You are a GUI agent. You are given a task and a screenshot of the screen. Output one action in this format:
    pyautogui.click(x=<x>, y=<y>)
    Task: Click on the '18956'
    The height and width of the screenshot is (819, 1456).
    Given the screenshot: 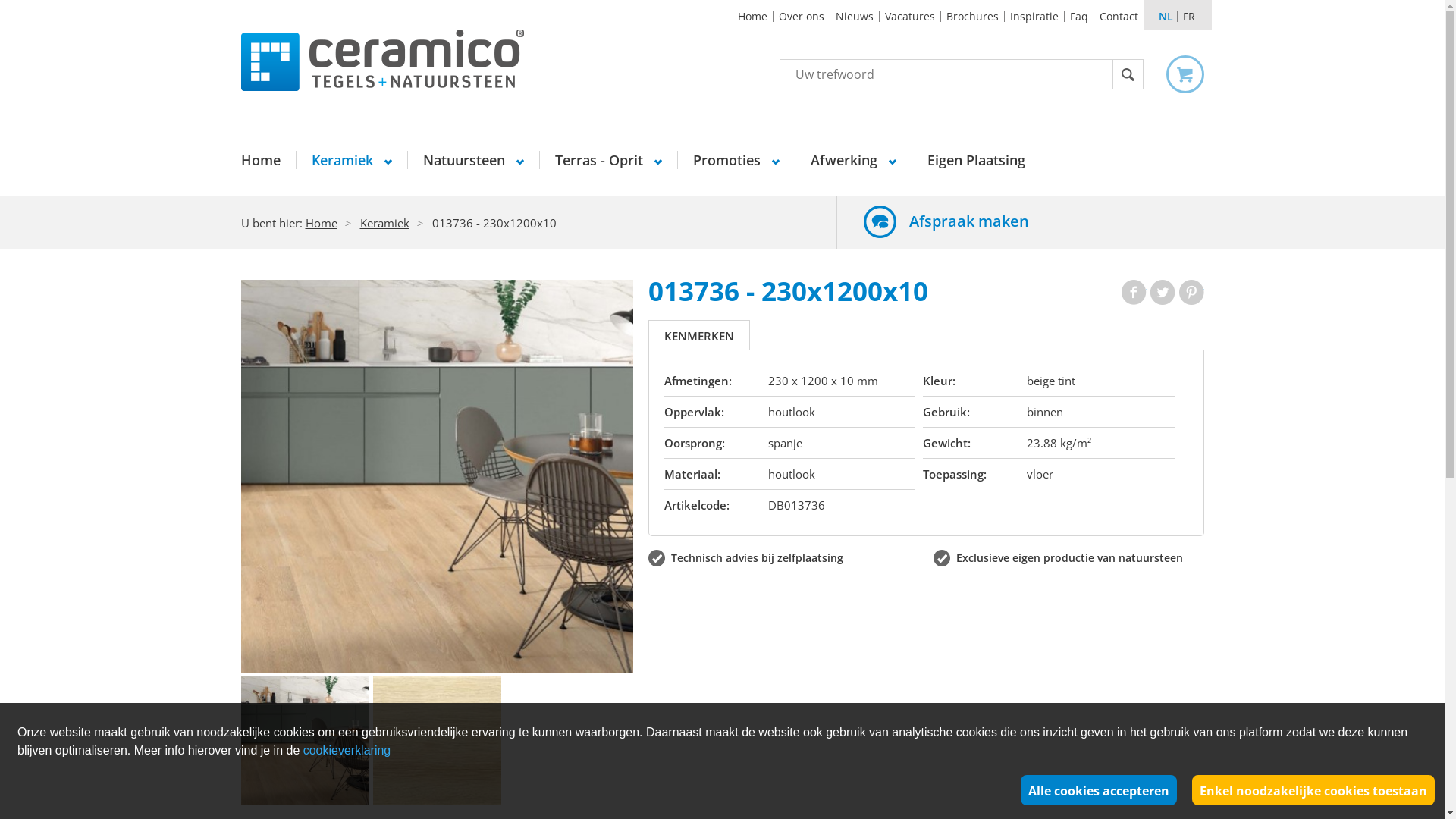 What is the action you would take?
    pyautogui.click(x=436, y=739)
    